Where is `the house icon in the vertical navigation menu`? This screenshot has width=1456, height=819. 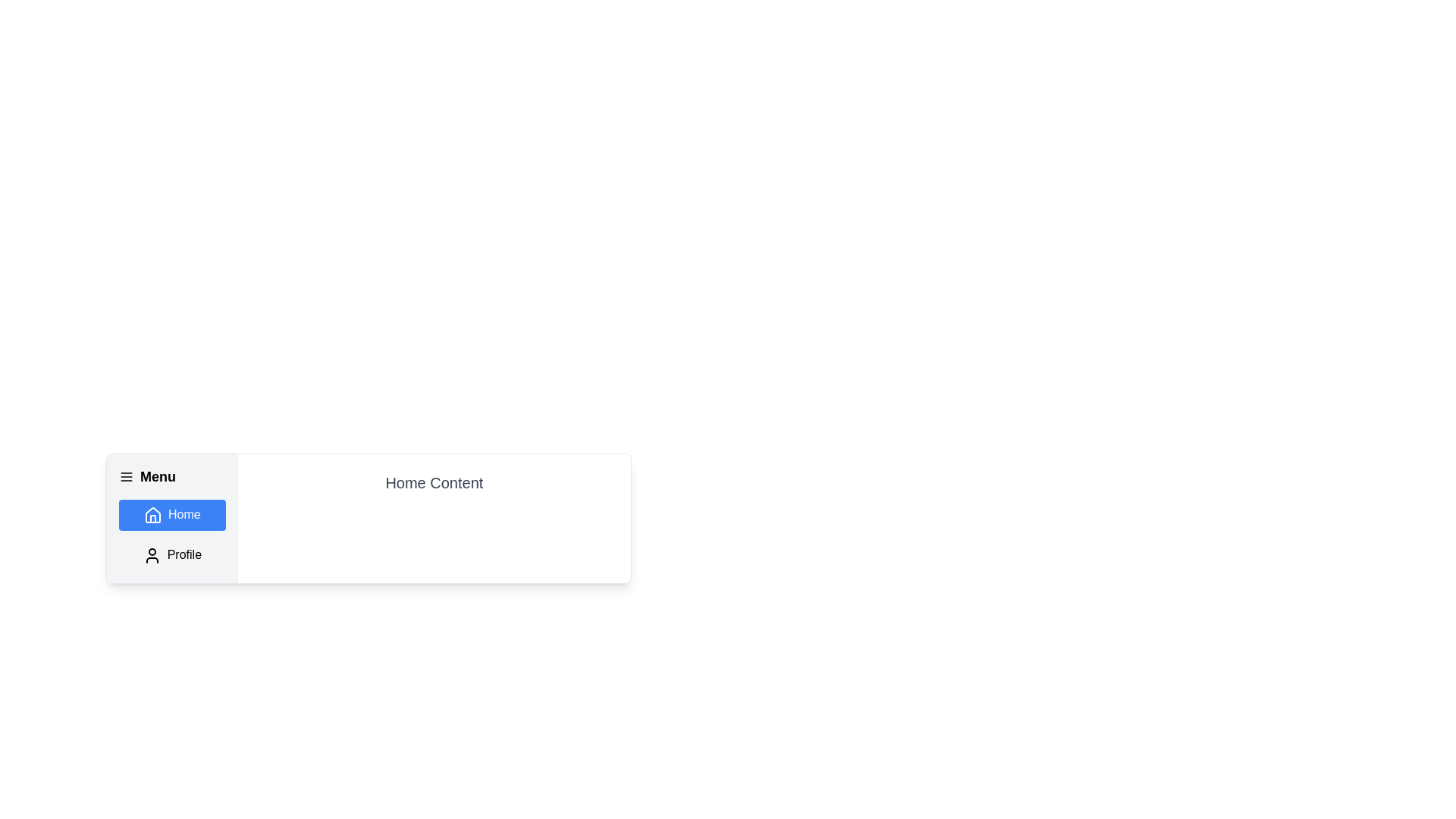
the house icon in the vertical navigation menu is located at coordinates (152, 514).